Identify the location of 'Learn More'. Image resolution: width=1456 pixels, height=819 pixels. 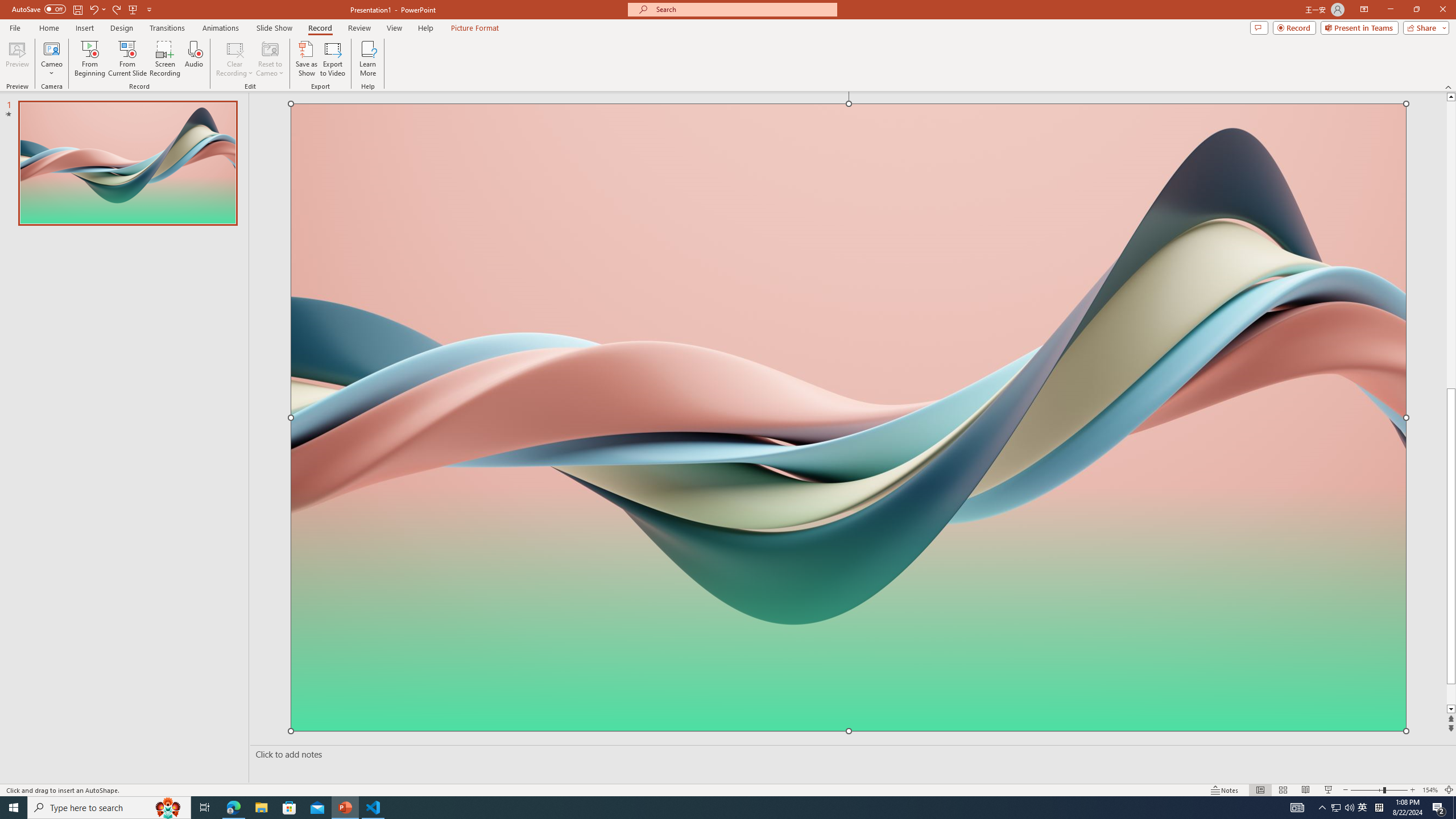
(368, 59).